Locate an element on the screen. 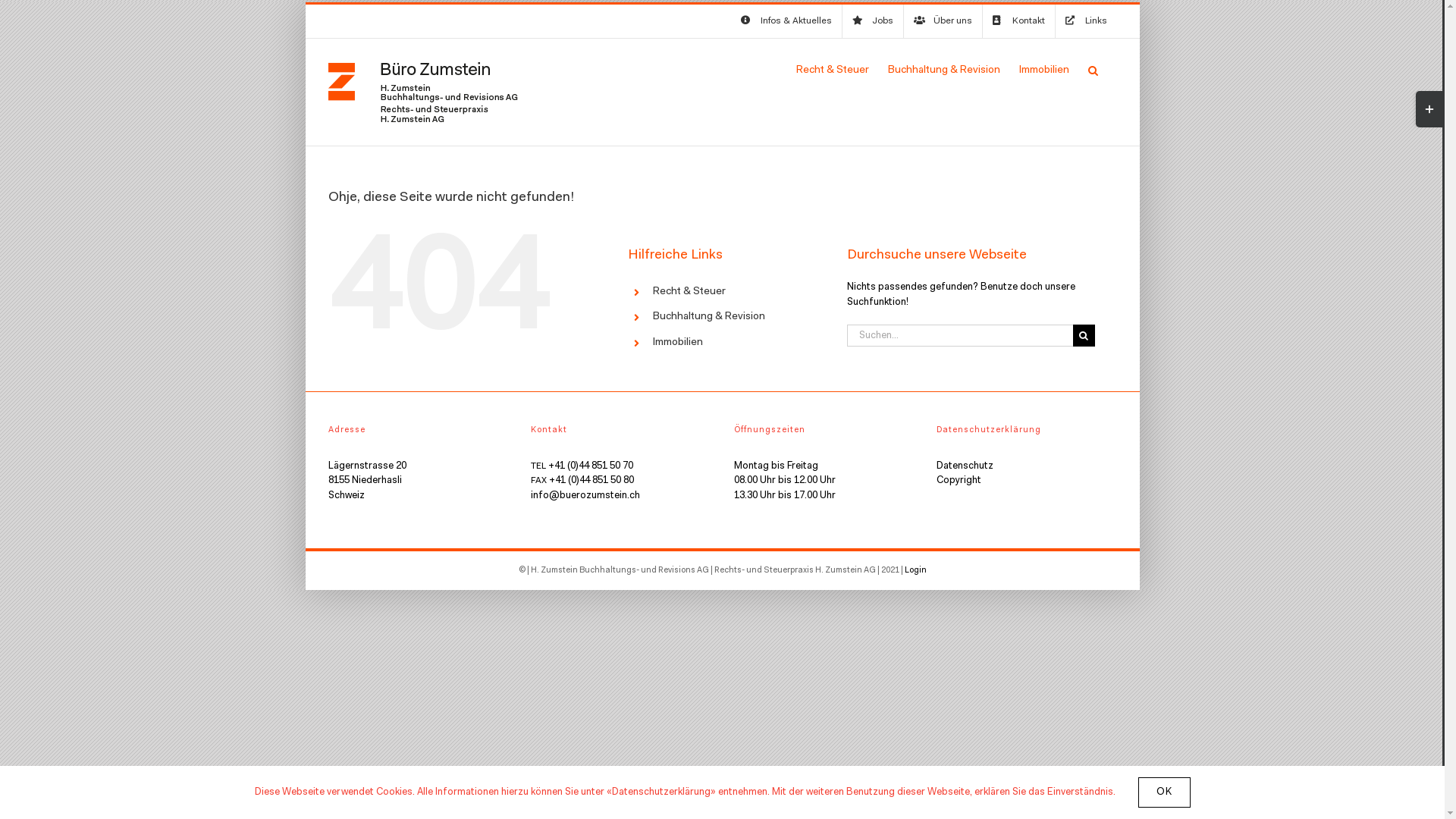 The height and width of the screenshot is (819, 1456). 'OK' is located at coordinates (1163, 792).